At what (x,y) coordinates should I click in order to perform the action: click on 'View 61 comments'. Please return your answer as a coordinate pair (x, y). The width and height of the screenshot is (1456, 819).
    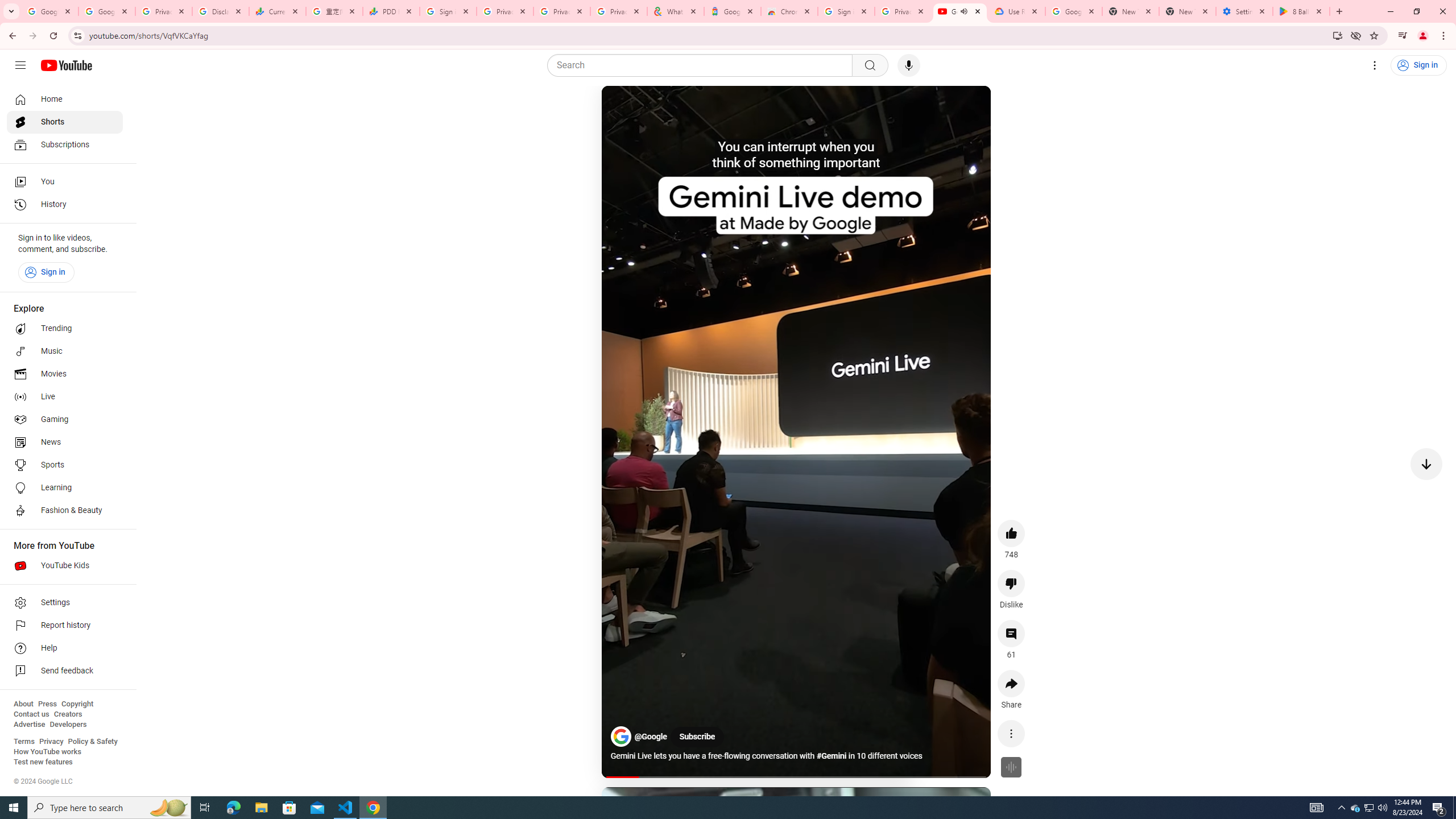
    Looking at the image, I should click on (1011, 632).